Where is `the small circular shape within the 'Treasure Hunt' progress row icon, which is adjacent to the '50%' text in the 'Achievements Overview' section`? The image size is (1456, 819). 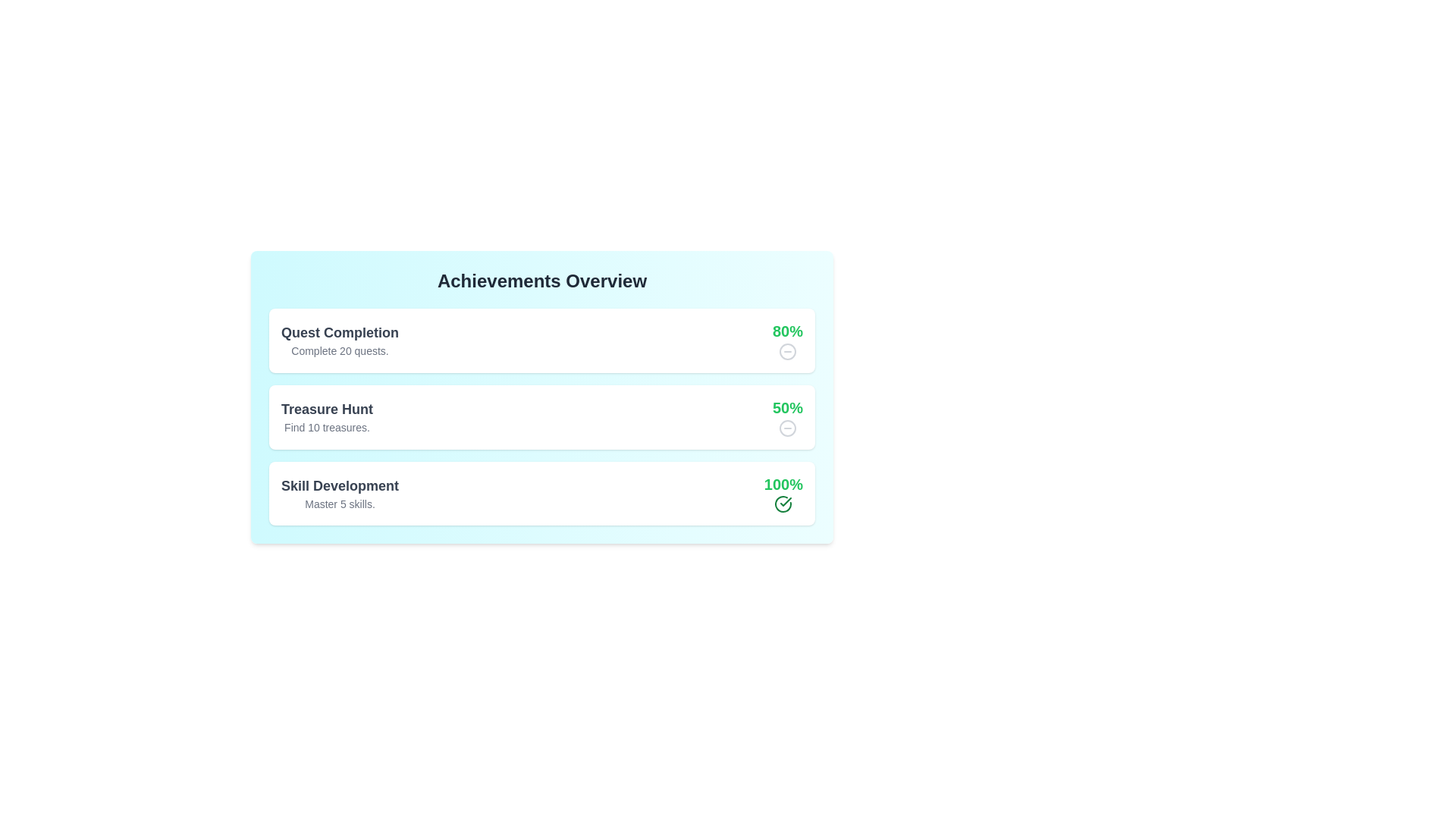 the small circular shape within the 'Treasure Hunt' progress row icon, which is adjacent to the '50%' text in the 'Achievements Overview' section is located at coordinates (787, 428).